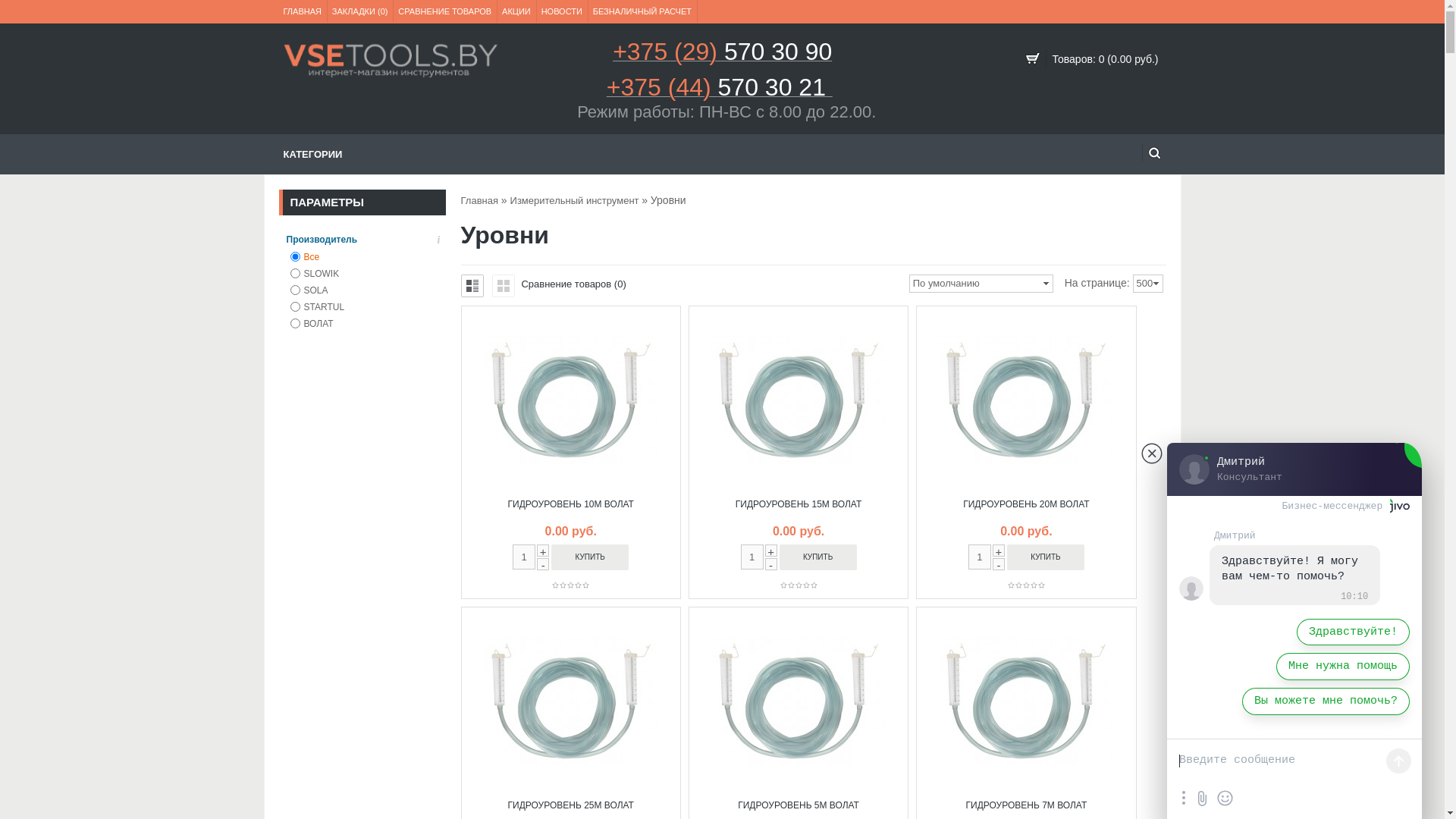 The height and width of the screenshot is (819, 1456). What do you see at coordinates (719, 92) in the screenshot?
I see `'+375 (44) 570 30 21 '` at bounding box center [719, 92].